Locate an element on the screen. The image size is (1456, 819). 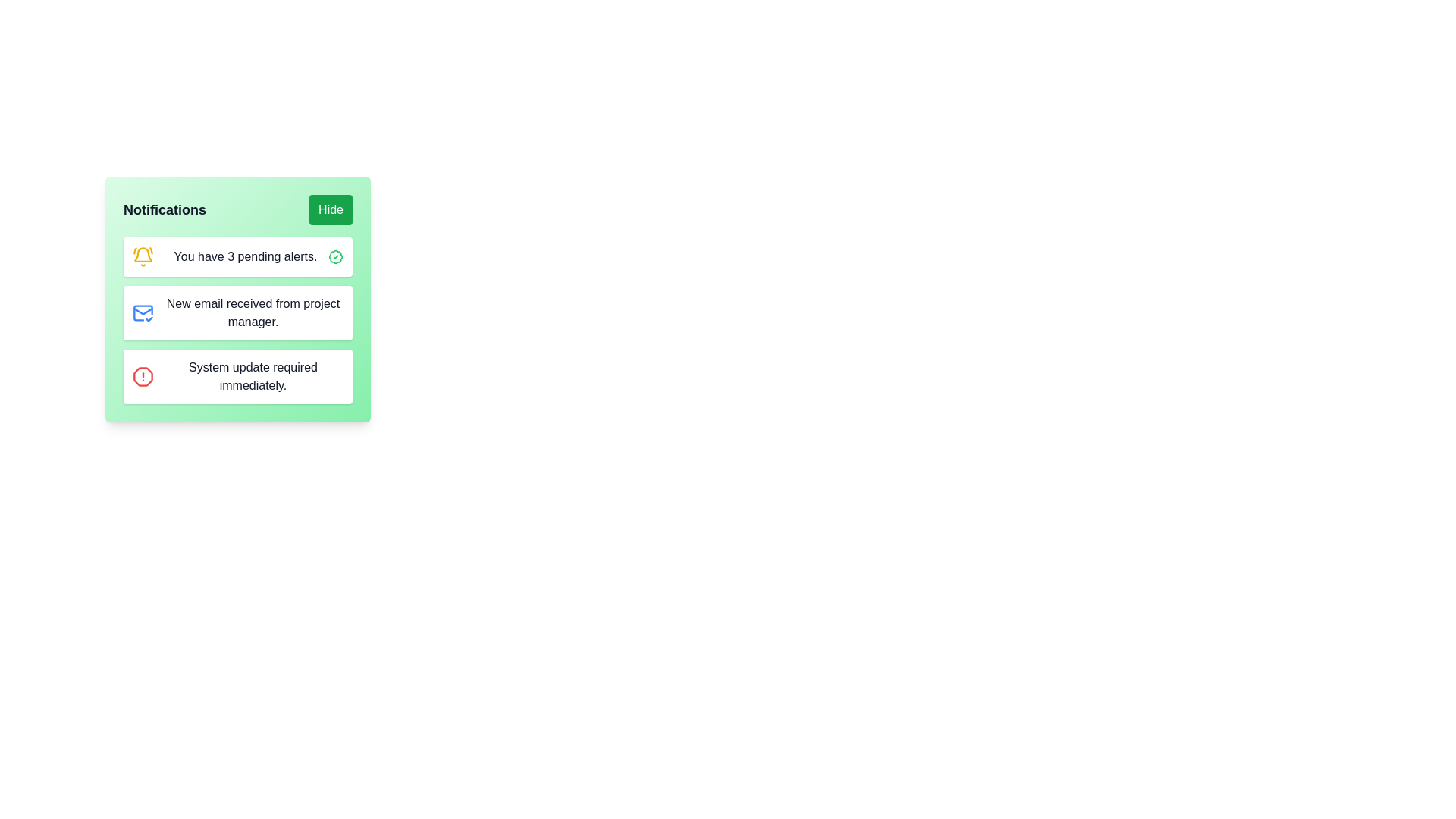
the confirmation icon located at the far-right of the notification card that states 'You have 3 pending alerts.' is located at coordinates (334, 256).